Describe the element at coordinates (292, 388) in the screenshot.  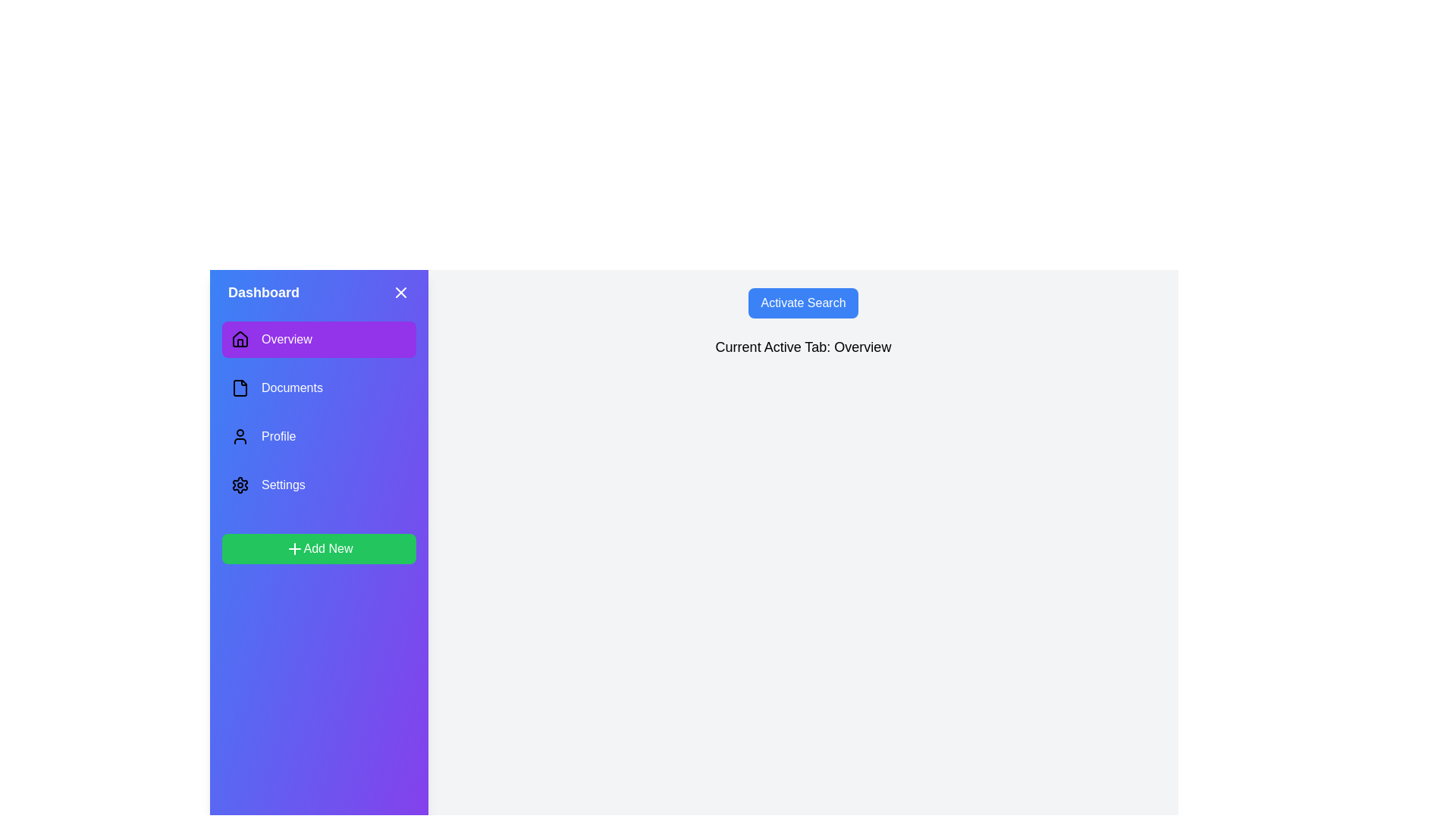
I see `the 'Documents' text label, which is displayed in white color with a medium-weight font, located in the vertical navigation menu beside a file icon` at that location.